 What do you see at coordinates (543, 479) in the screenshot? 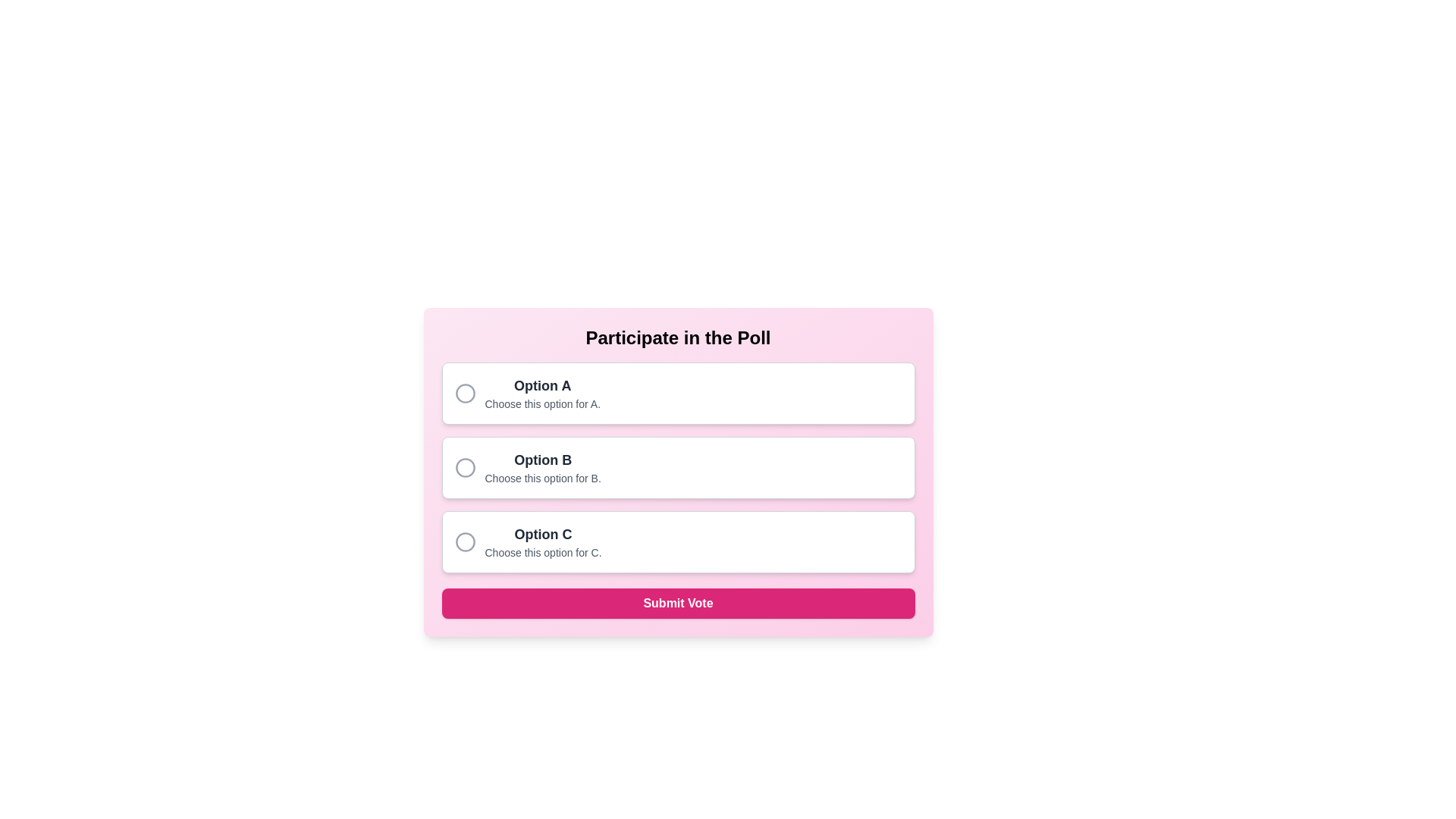
I see `additional information text located below the header 'Option B' within the card-like structure` at bounding box center [543, 479].